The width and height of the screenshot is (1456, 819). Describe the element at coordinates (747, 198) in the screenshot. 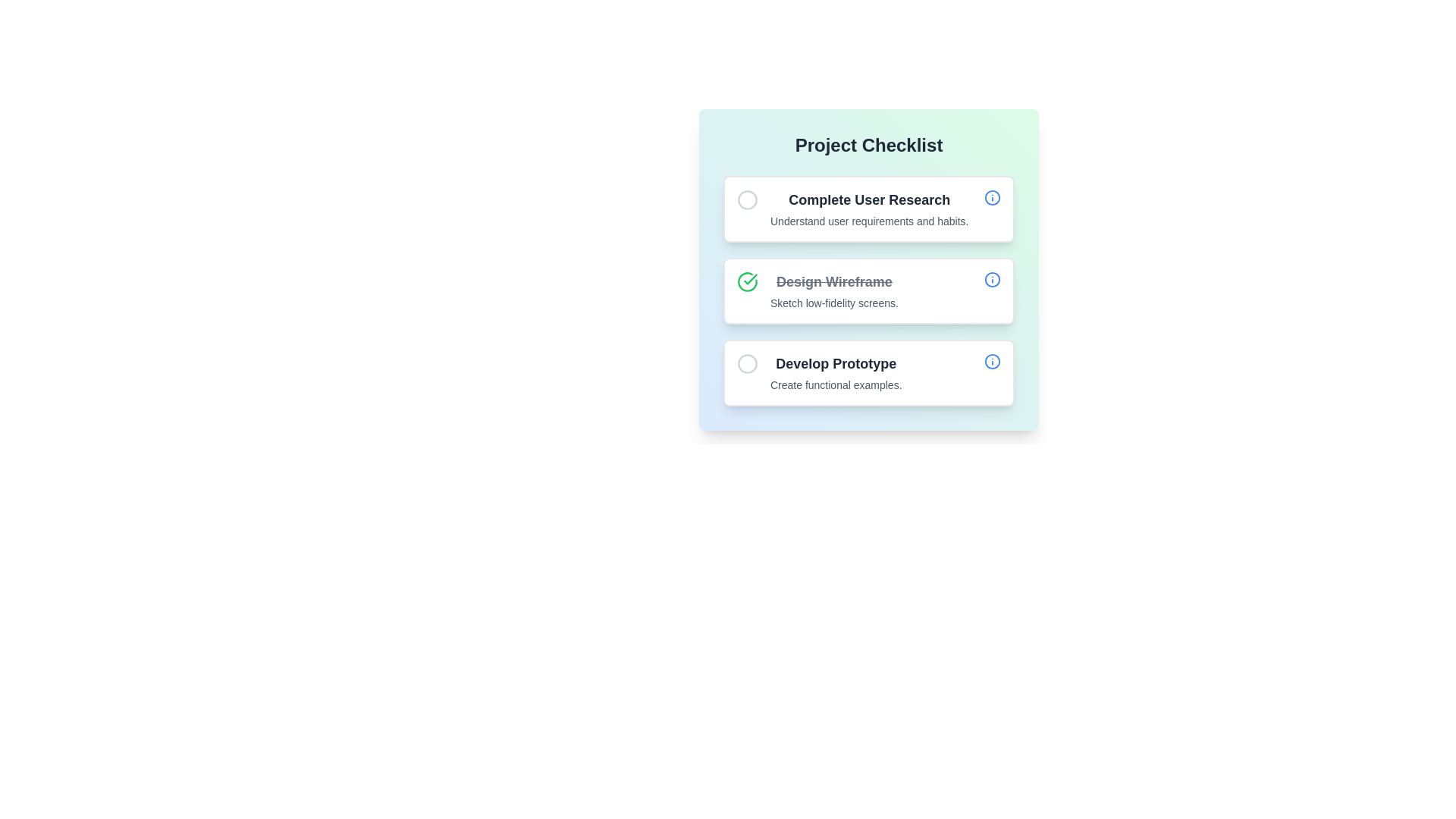

I see `the circular graphic element that serves as a status indicator for the first task in the checklist titled 'Complete User Research'` at that location.